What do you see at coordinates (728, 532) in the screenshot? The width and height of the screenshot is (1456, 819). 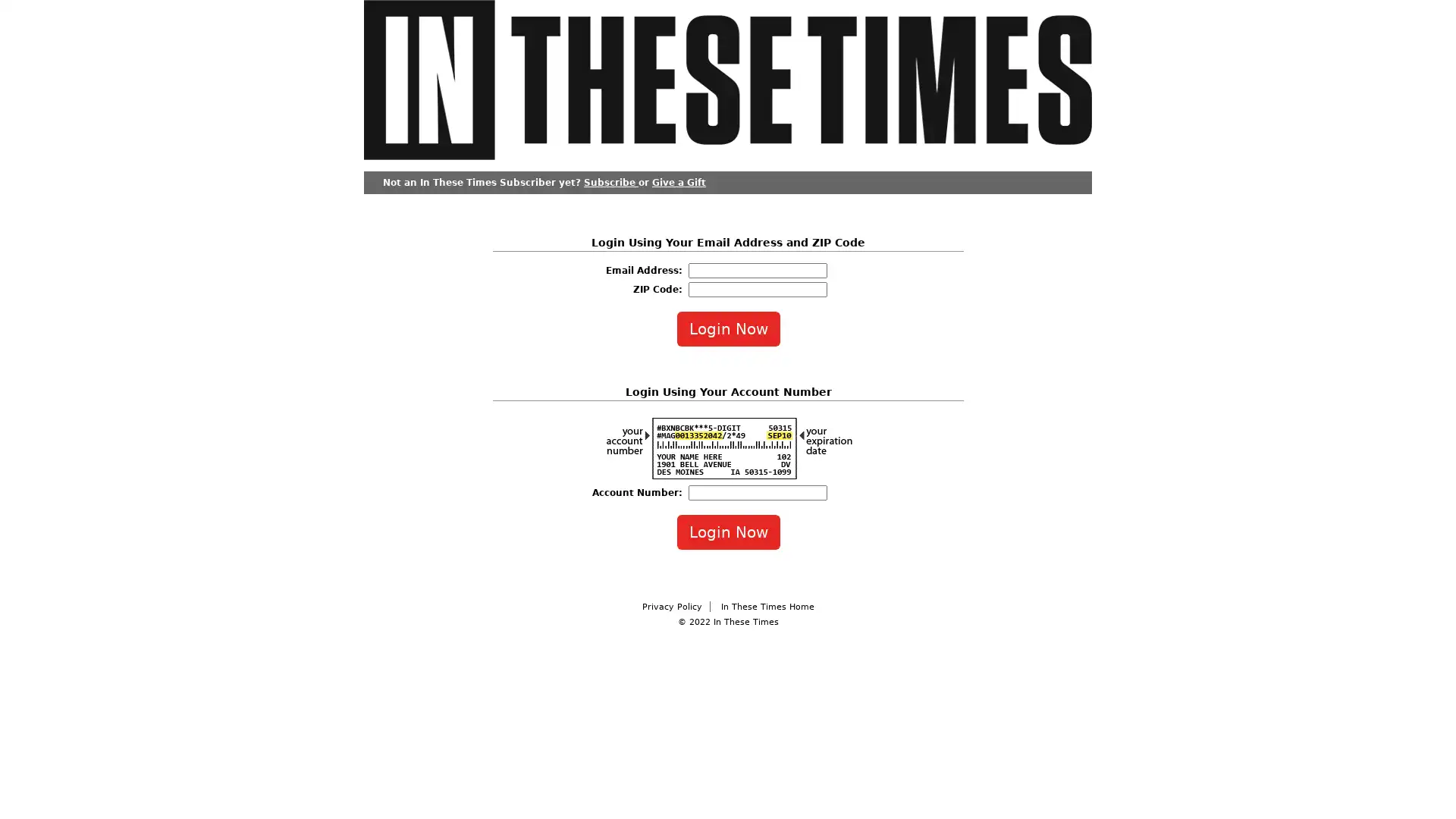 I see `Login Now` at bounding box center [728, 532].